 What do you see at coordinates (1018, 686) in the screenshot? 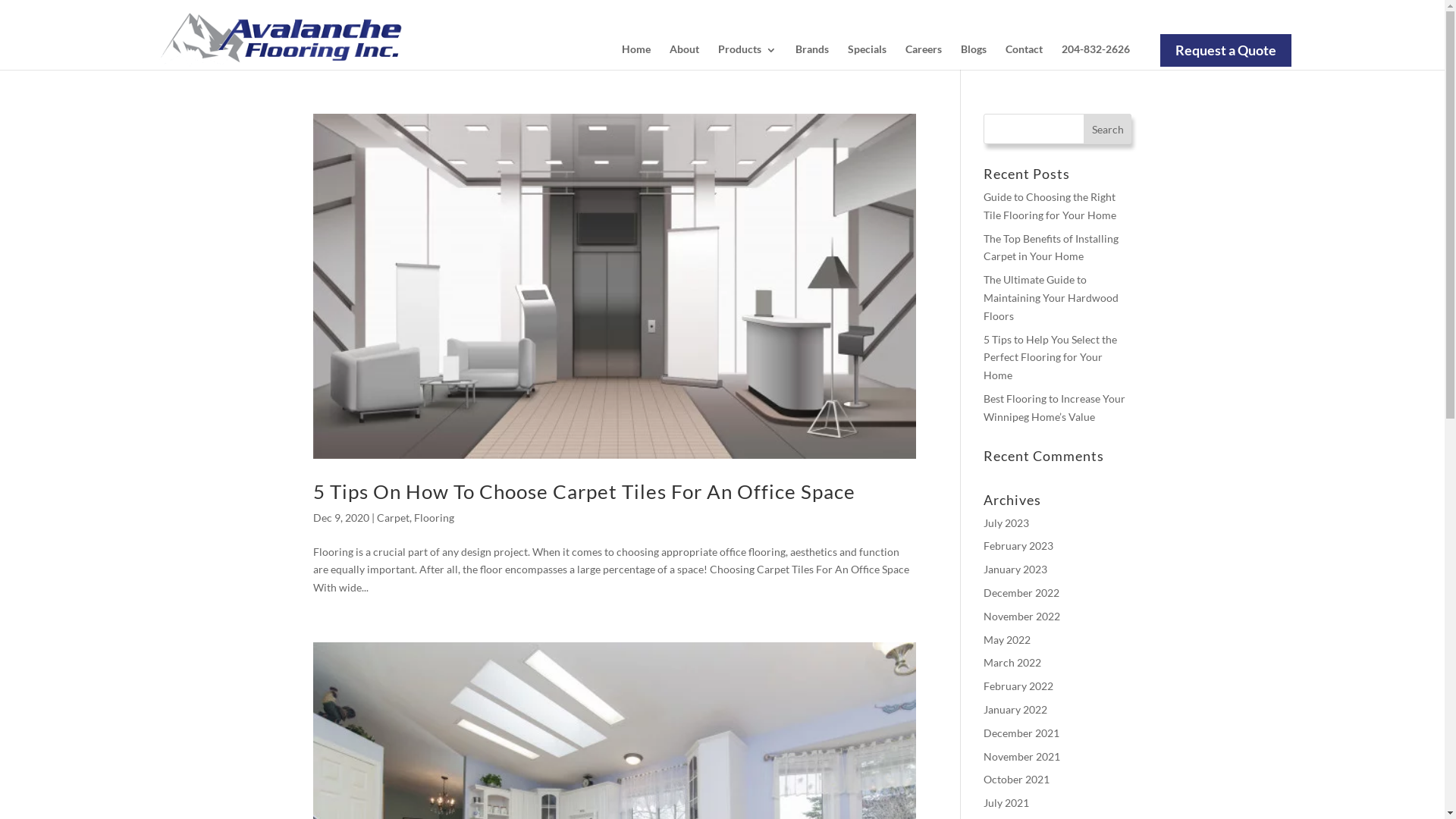
I see `'February 2022'` at bounding box center [1018, 686].